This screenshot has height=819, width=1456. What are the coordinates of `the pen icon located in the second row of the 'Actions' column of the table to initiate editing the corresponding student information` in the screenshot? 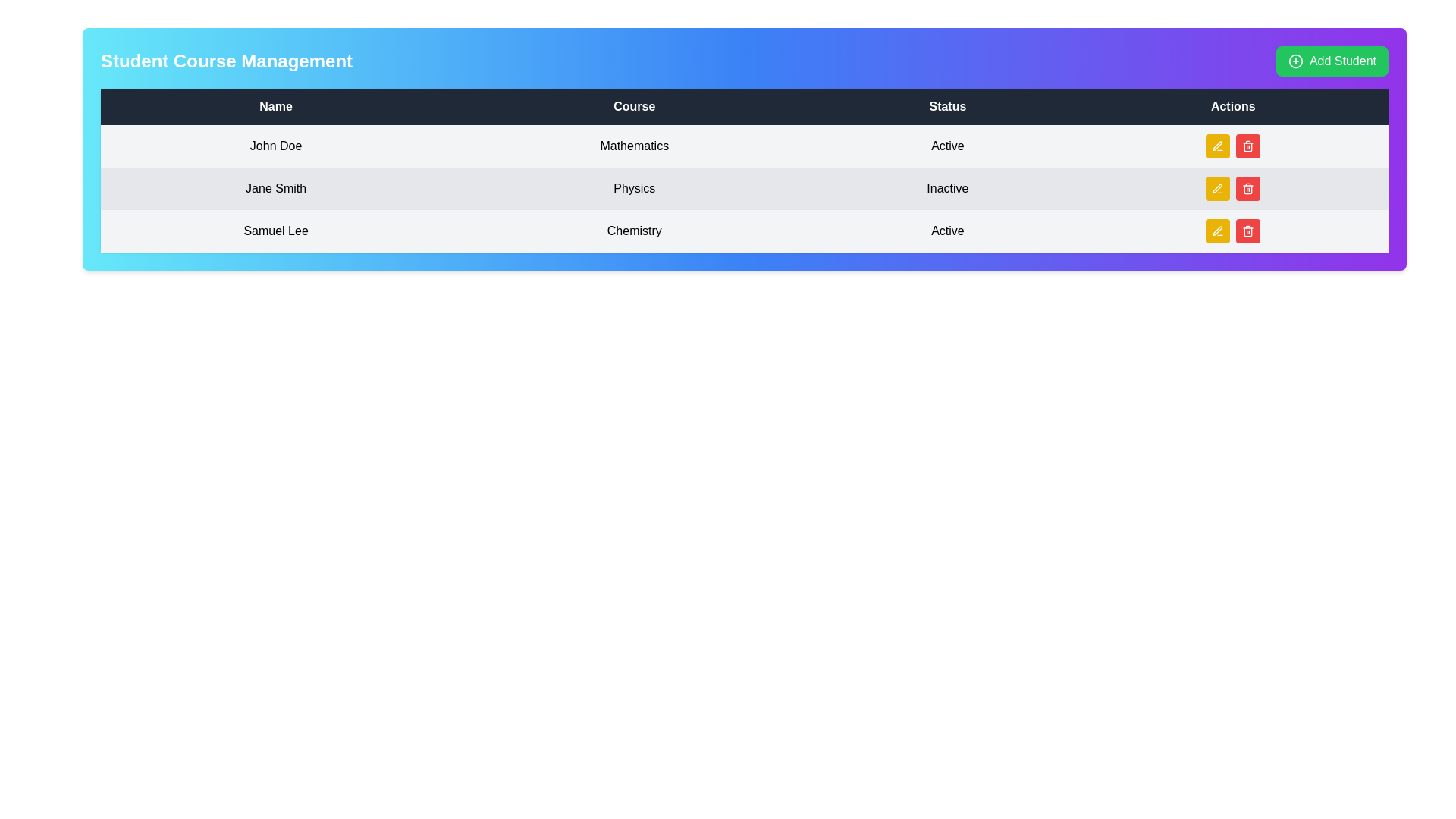 It's located at (1217, 187).